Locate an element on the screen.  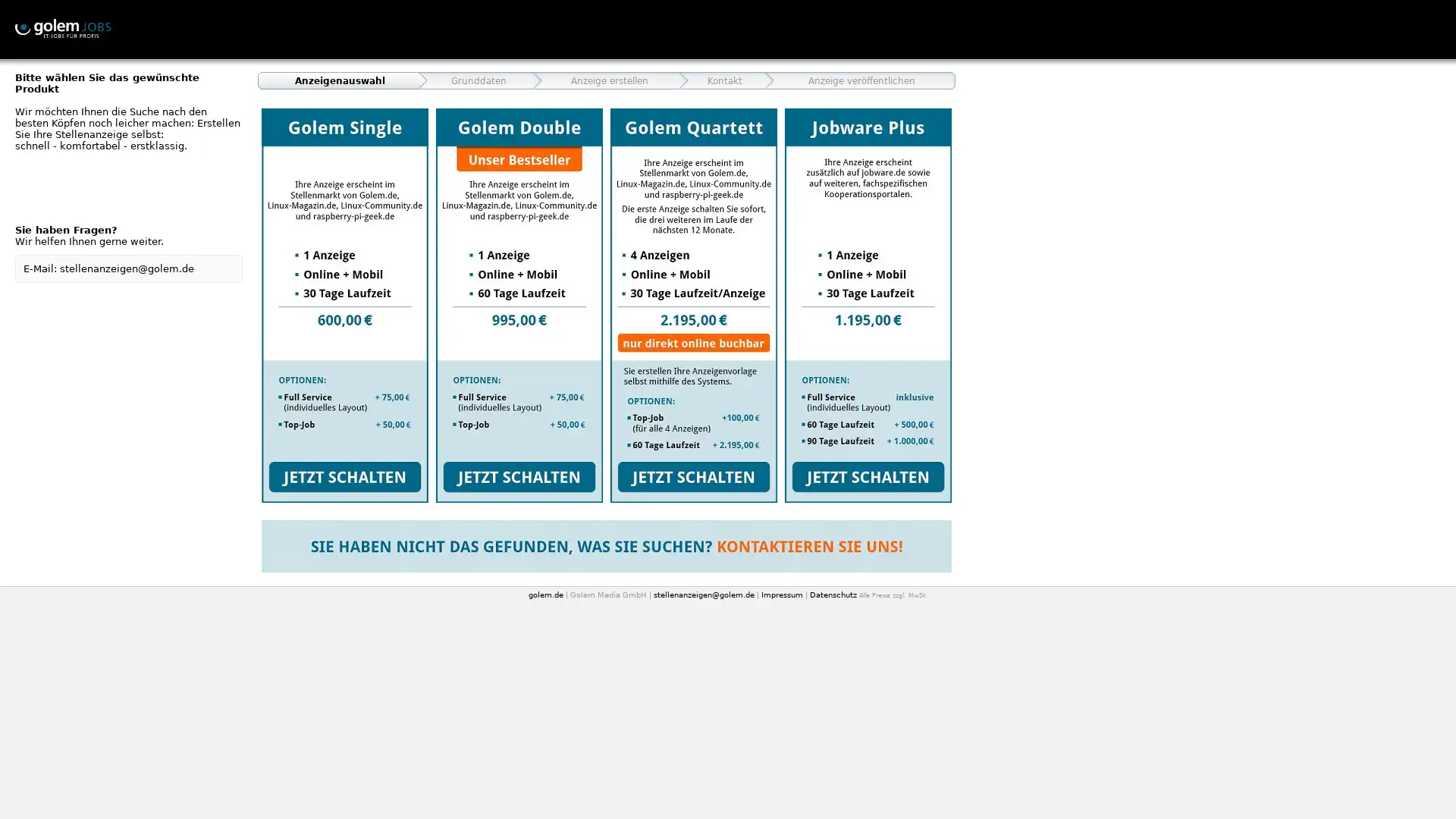
Submit is located at coordinates (693, 305).